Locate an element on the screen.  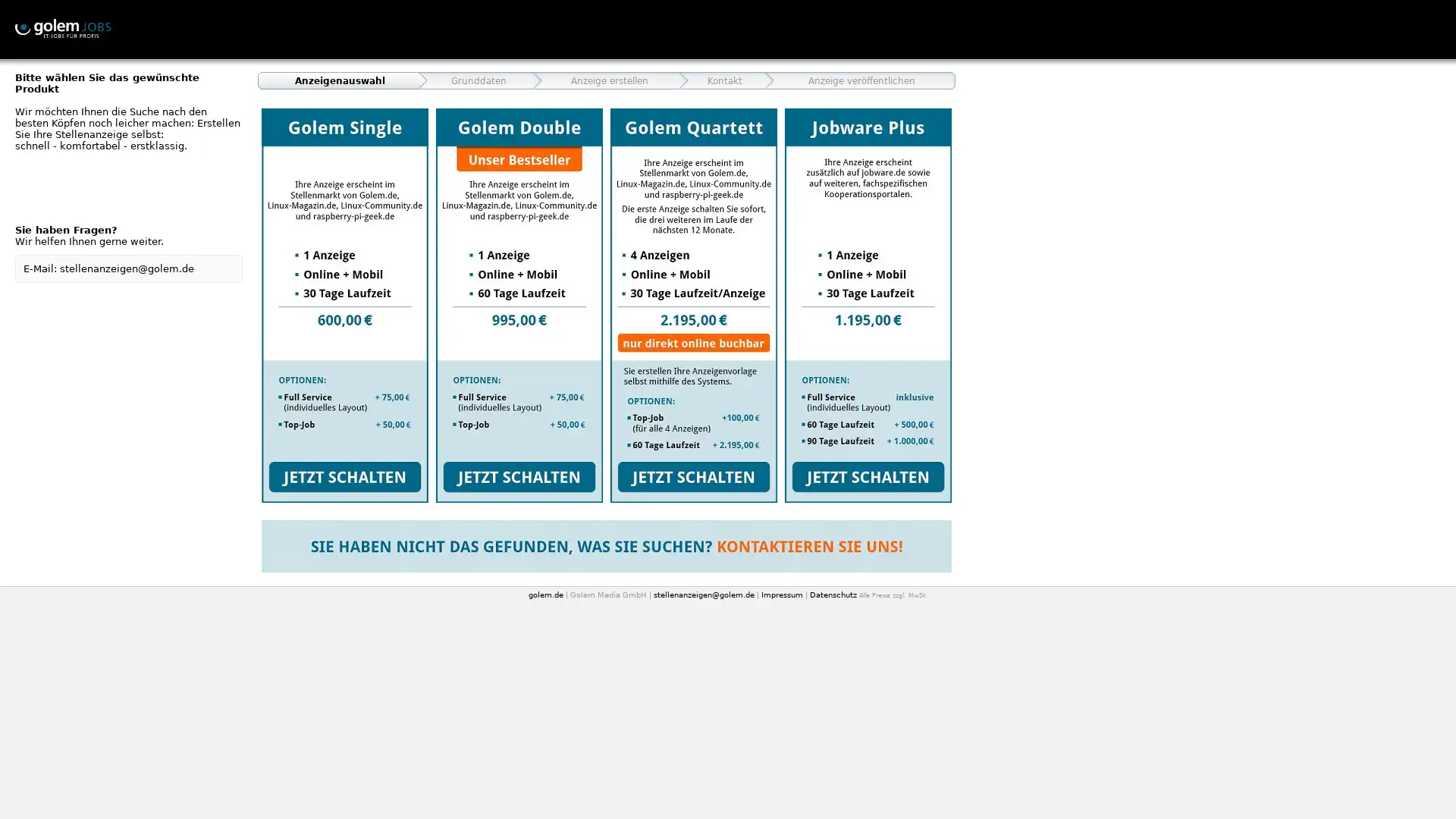
Submit is located at coordinates (693, 305).